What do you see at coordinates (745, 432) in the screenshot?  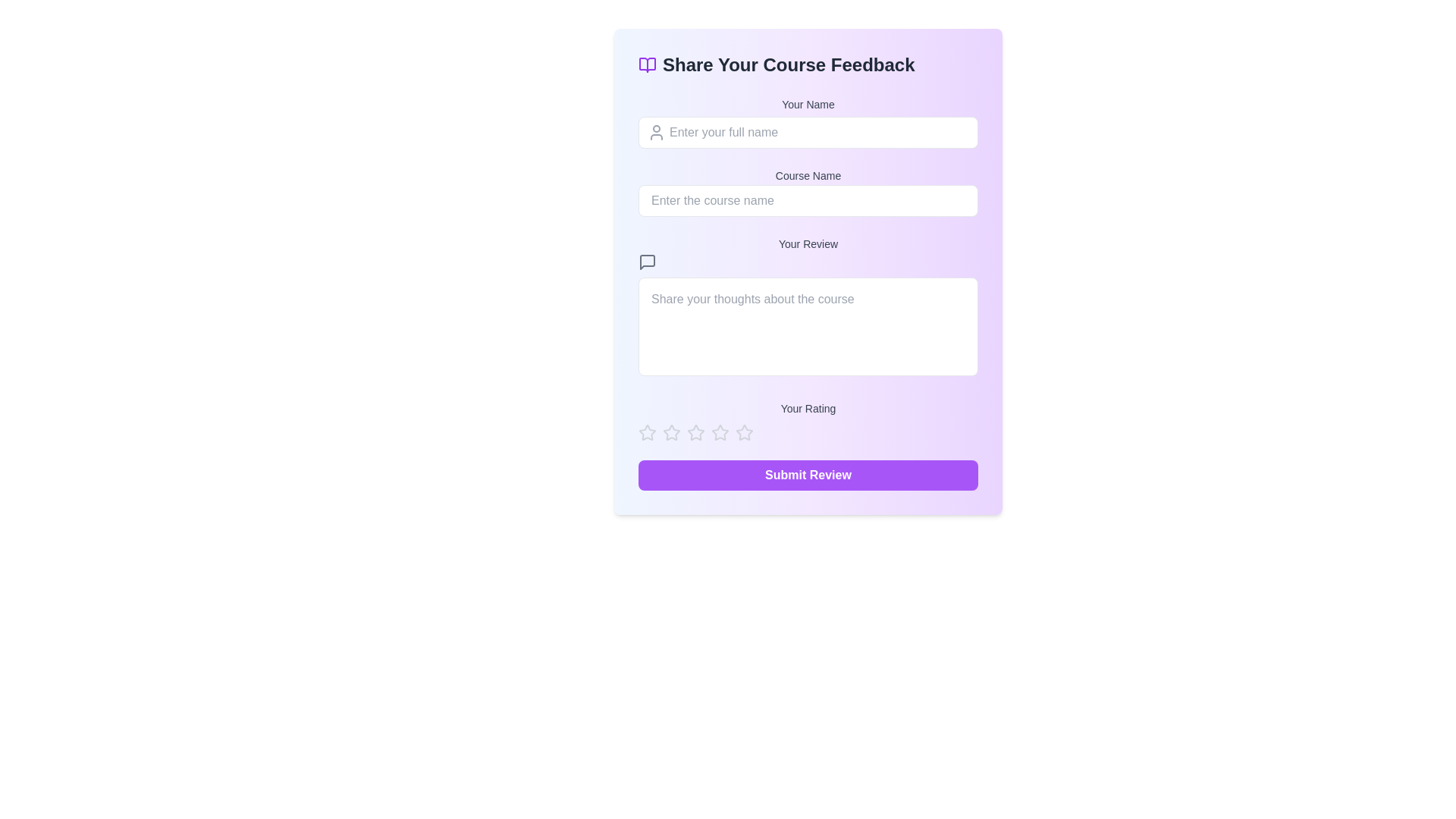 I see `the fourth star in the five-star rating system` at bounding box center [745, 432].